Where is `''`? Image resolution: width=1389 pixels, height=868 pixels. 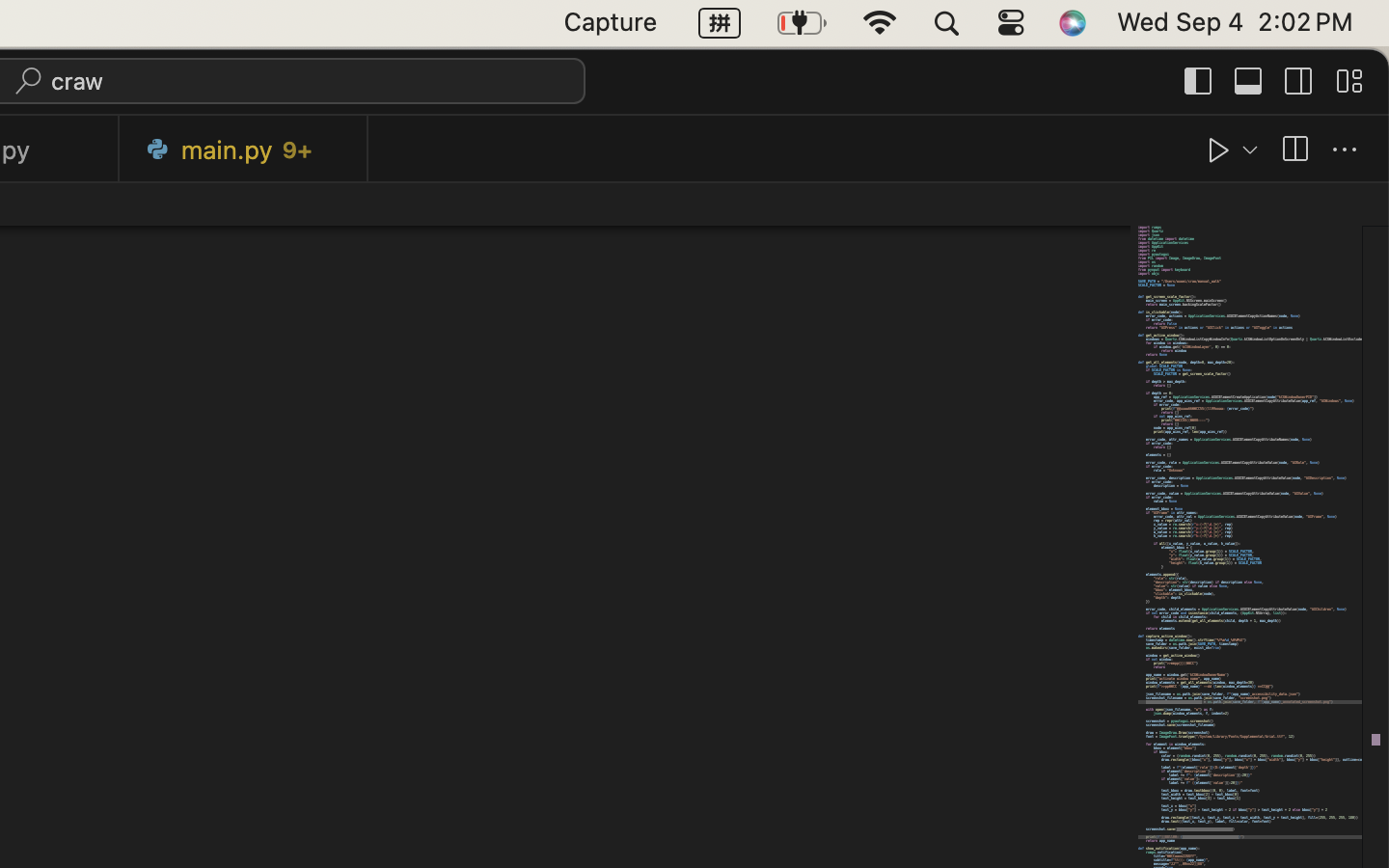 '' is located at coordinates (1293, 149).